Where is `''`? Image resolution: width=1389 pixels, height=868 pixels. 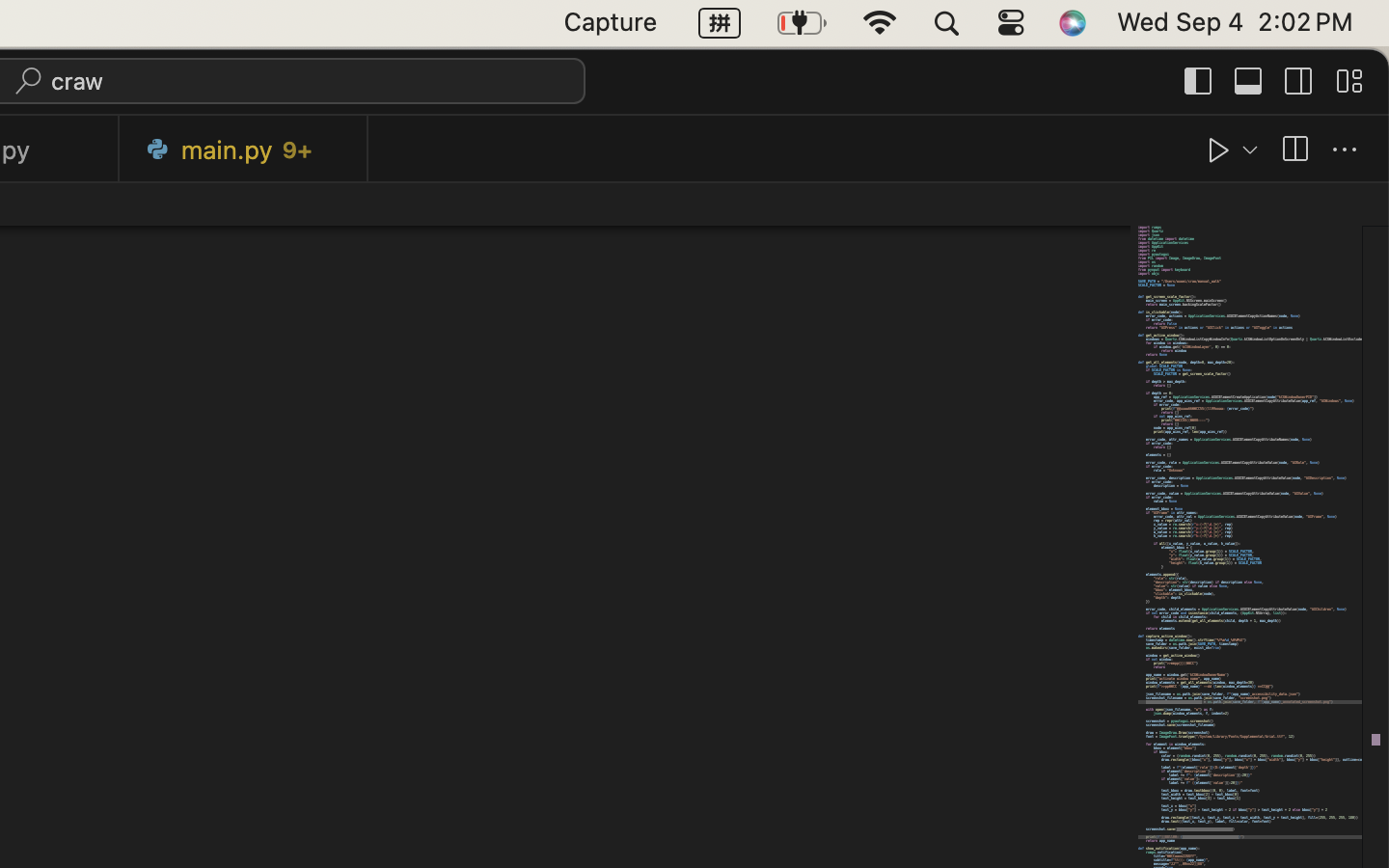 '' is located at coordinates (1293, 149).